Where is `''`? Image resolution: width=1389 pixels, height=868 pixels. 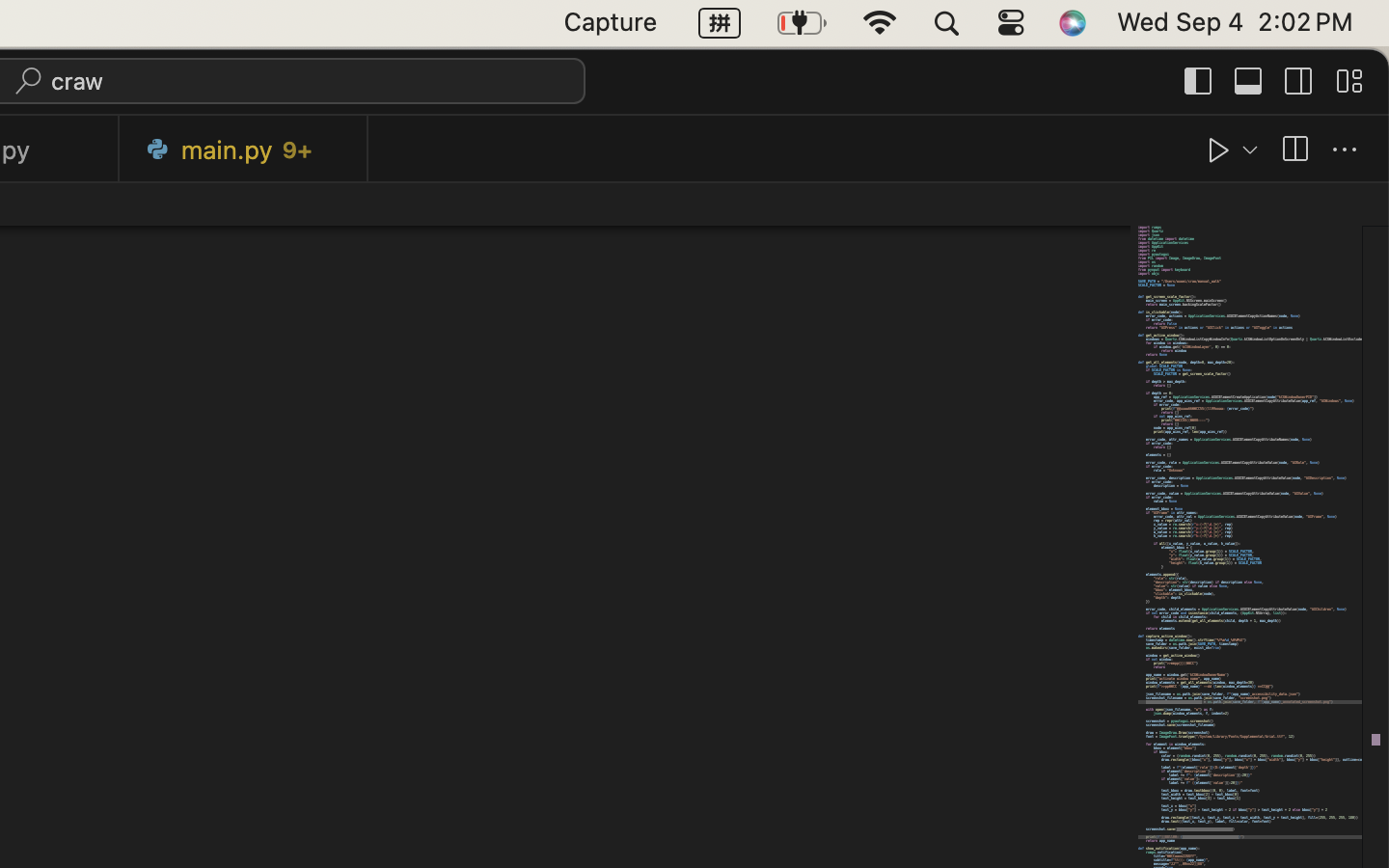 '' is located at coordinates (1293, 149).